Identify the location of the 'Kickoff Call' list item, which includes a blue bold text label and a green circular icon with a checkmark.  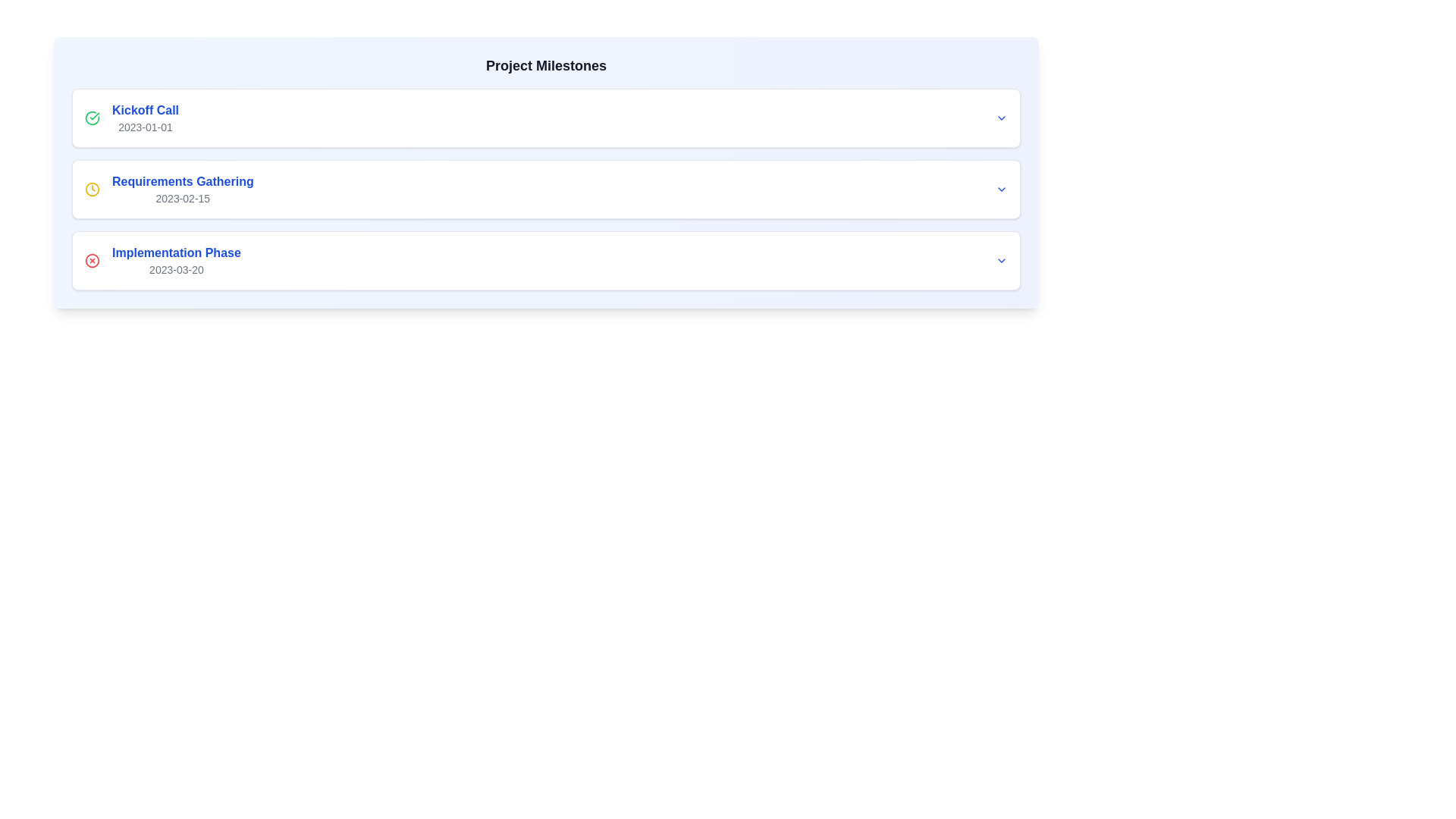
(131, 117).